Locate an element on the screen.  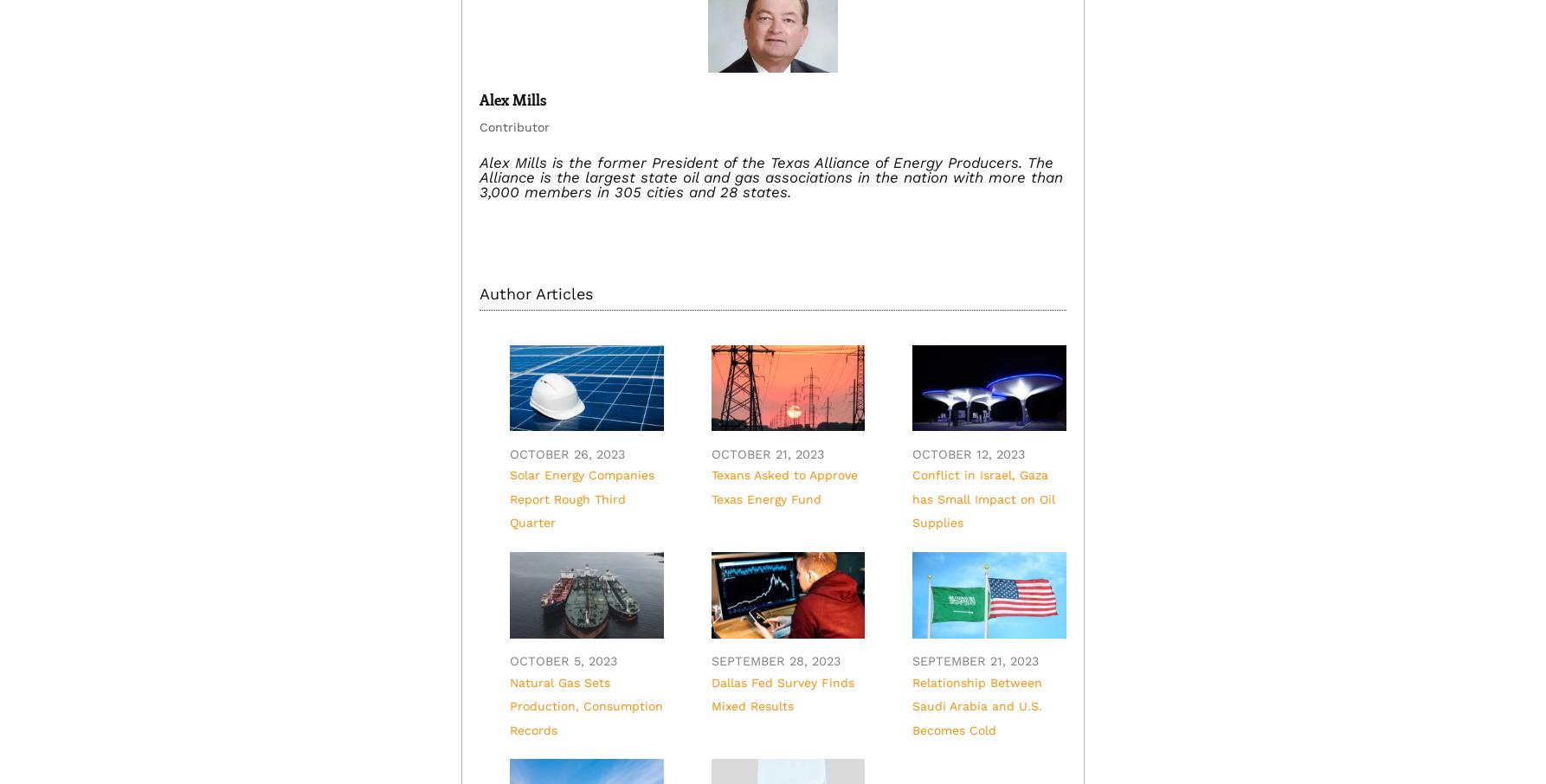
'September 28, 2023' is located at coordinates (710, 660).